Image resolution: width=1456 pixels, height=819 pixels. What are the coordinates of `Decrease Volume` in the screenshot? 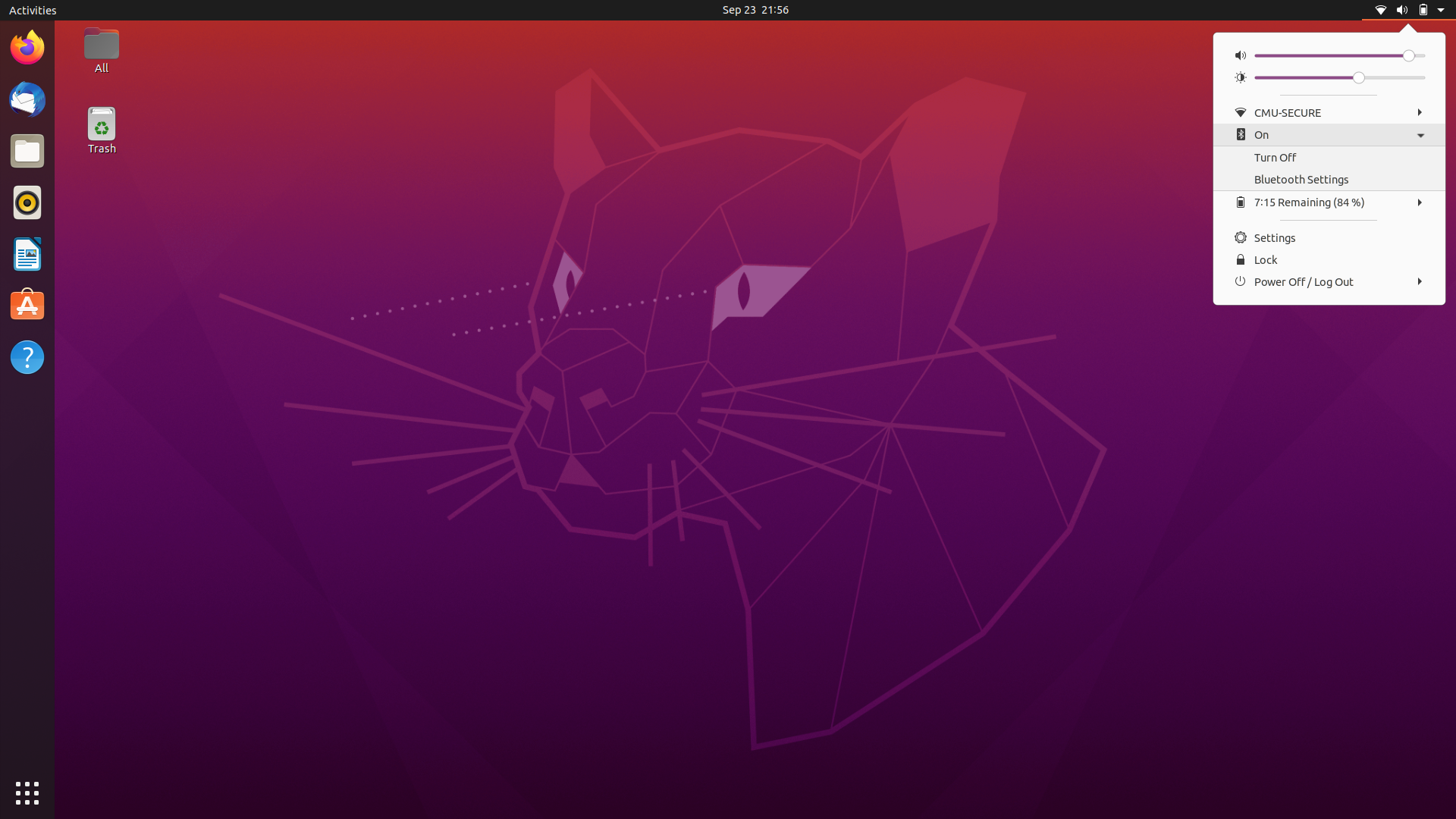 It's located at (1260, 55).